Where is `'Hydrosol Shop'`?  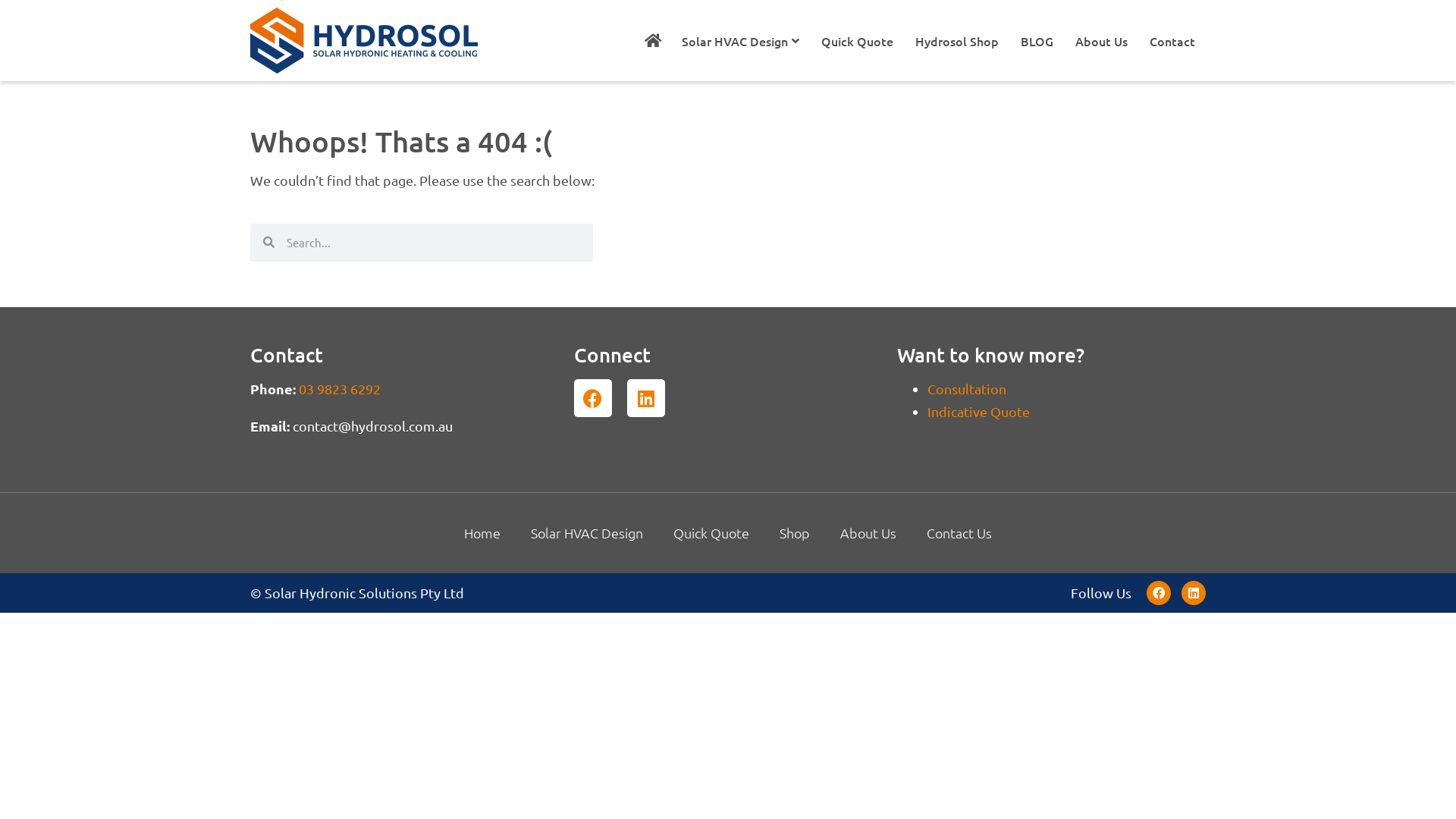
'Hydrosol Shop' is located at coordinates (956, 39).